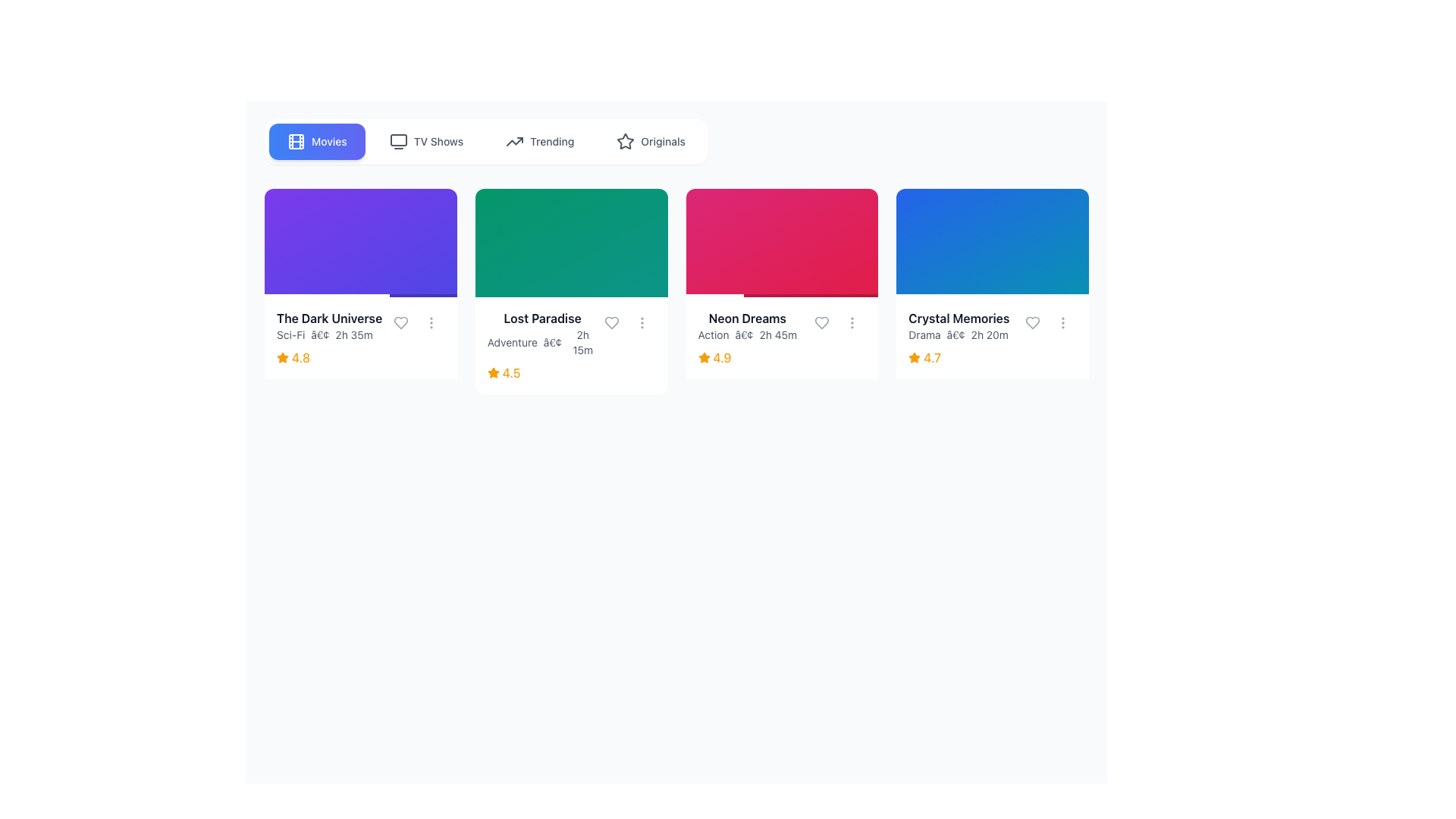 The height and width of the screenshot is (819, 1456). Describe the element at coordinates (301, 357) in the screenshot. I see `the text label displaying the movie rating '4.8', which is located to the right of the star icon in the rating component beneath the movie thumbnail and title in the second column of the grid layout` at that location.